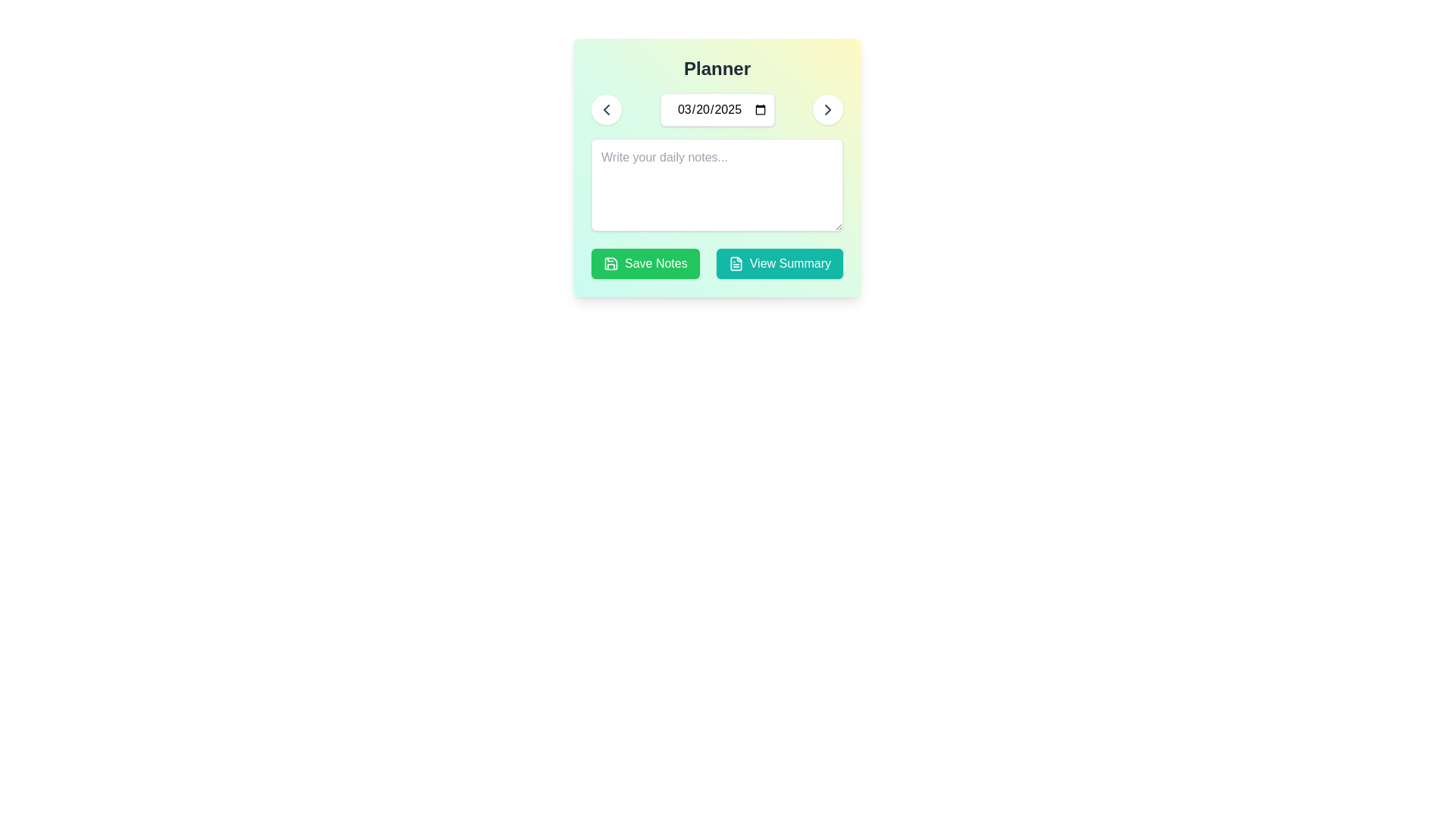  What do you see at coordinates (736, 262) in the screenshot?
I see `the small document icon with textual lines, located inside the green 'View Summary' button, to interact with the button` at bounding box center [736, 262].